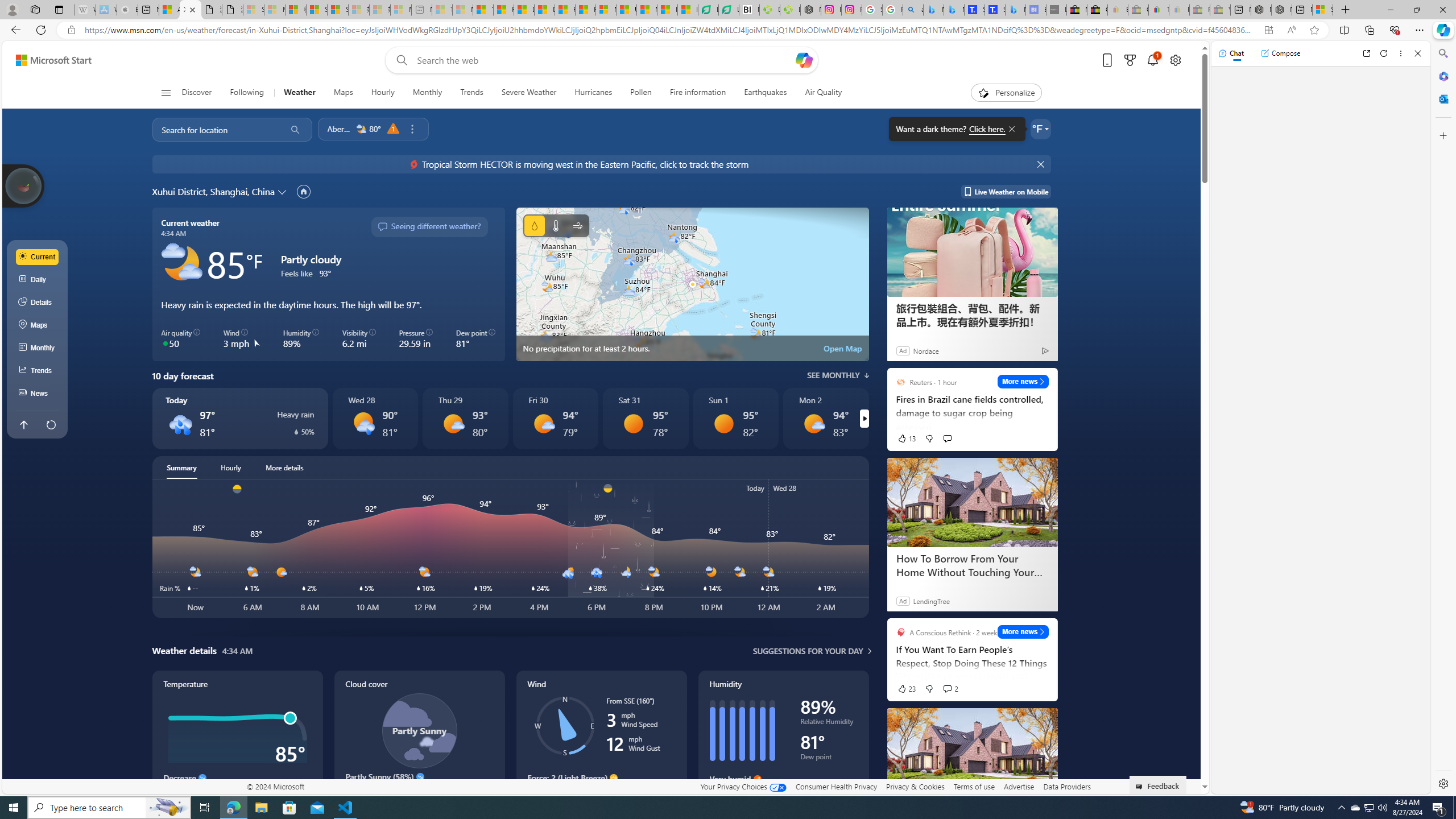  I want to click on 'Marine life - MSN - Sleeping', so click(461, 9).